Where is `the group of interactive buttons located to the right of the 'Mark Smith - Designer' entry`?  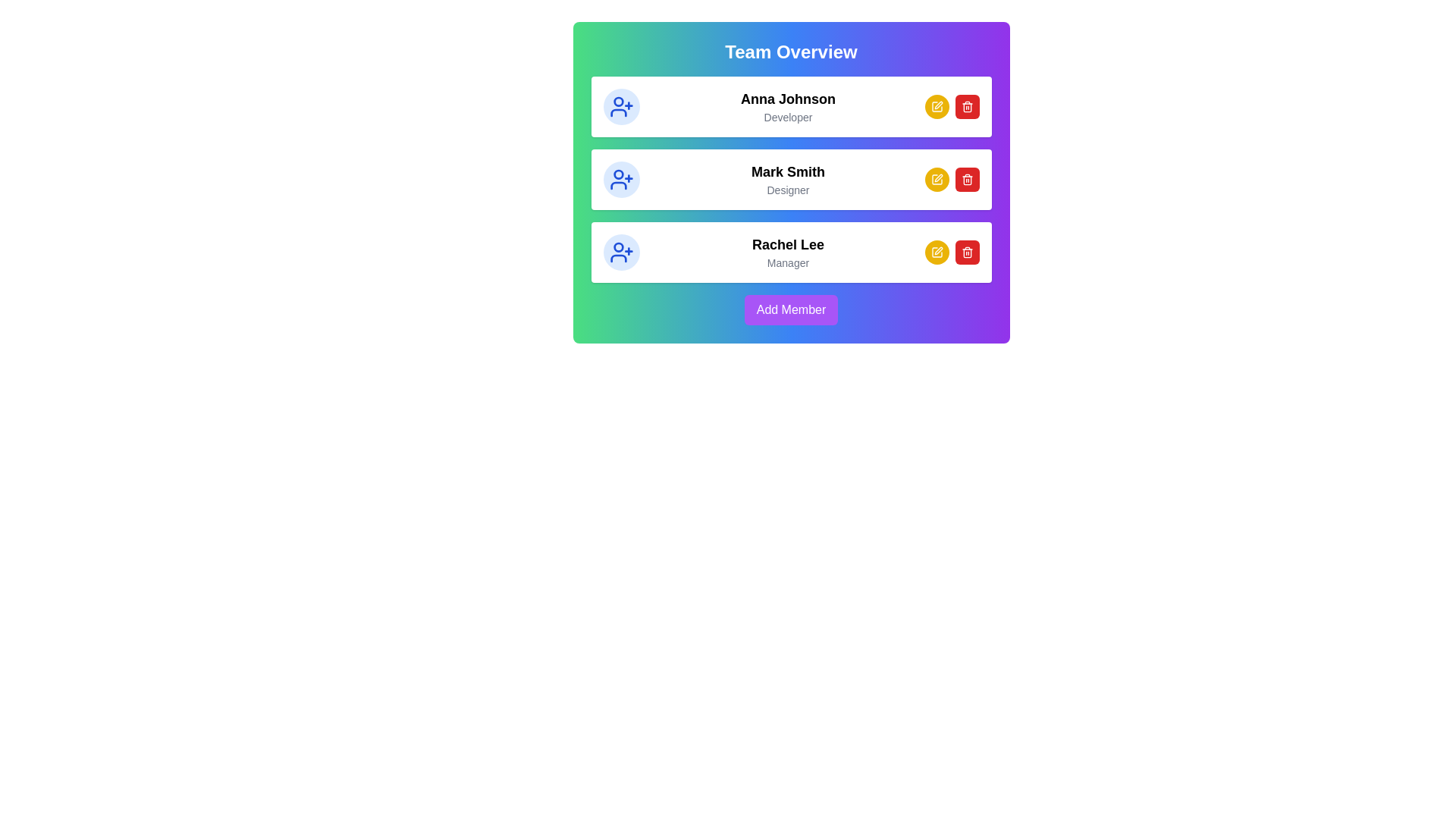 the group of interactive buttons located to the right of the 'Mark Smith - Designer' entry is located at coordinates (951, 178).